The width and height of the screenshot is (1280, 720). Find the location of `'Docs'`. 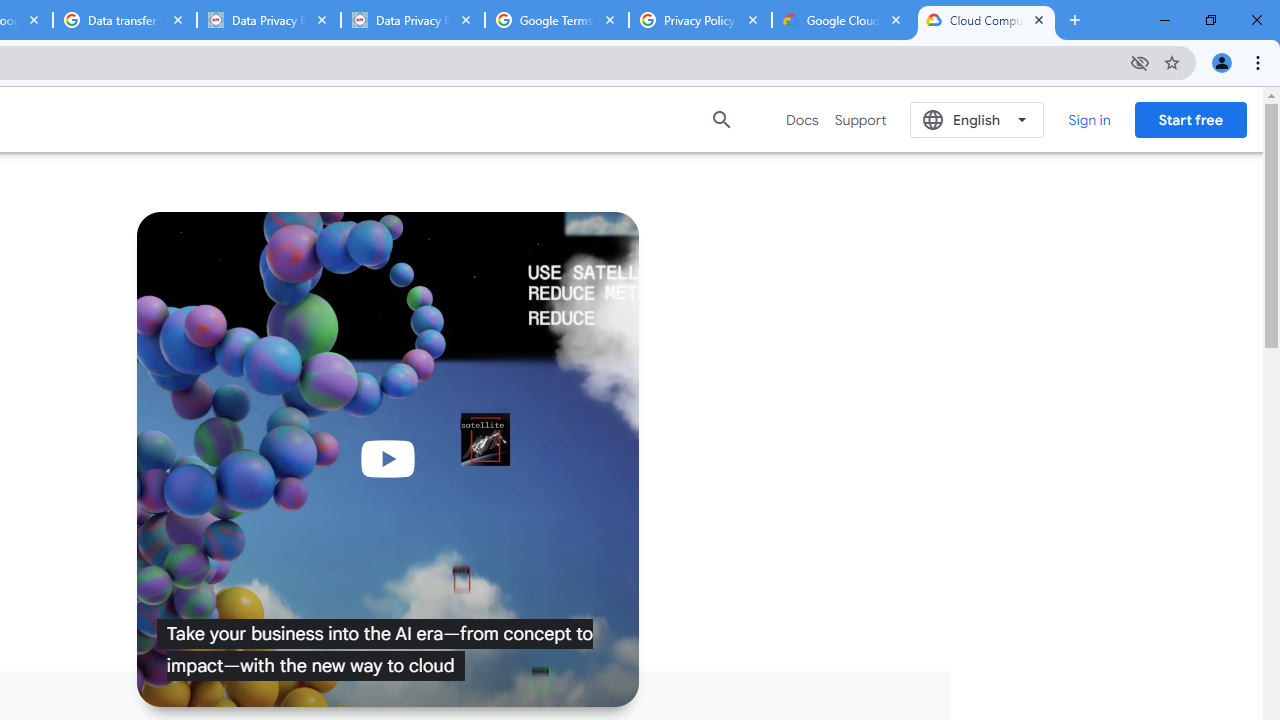

'Docs' is located at coordinates (802, 119).